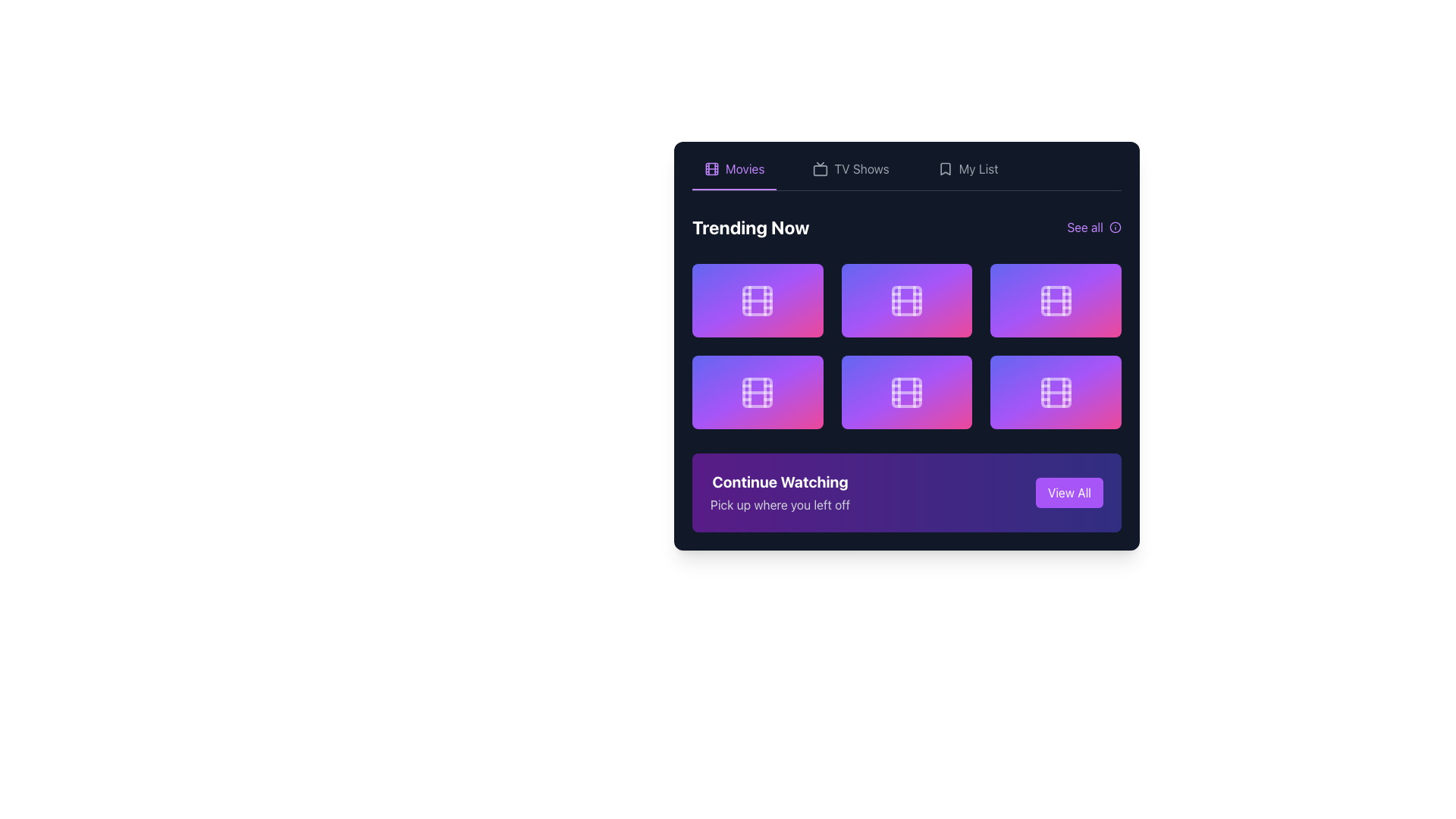 Image resolution: width=1456 pixels, height=819 pixels. Describe the element at coordinates (758, 300) in the screenshot. I see `the first selectable tile located in the top-left corner of the 3x2 grid layout under the 'Trending Now' heading` at that location.